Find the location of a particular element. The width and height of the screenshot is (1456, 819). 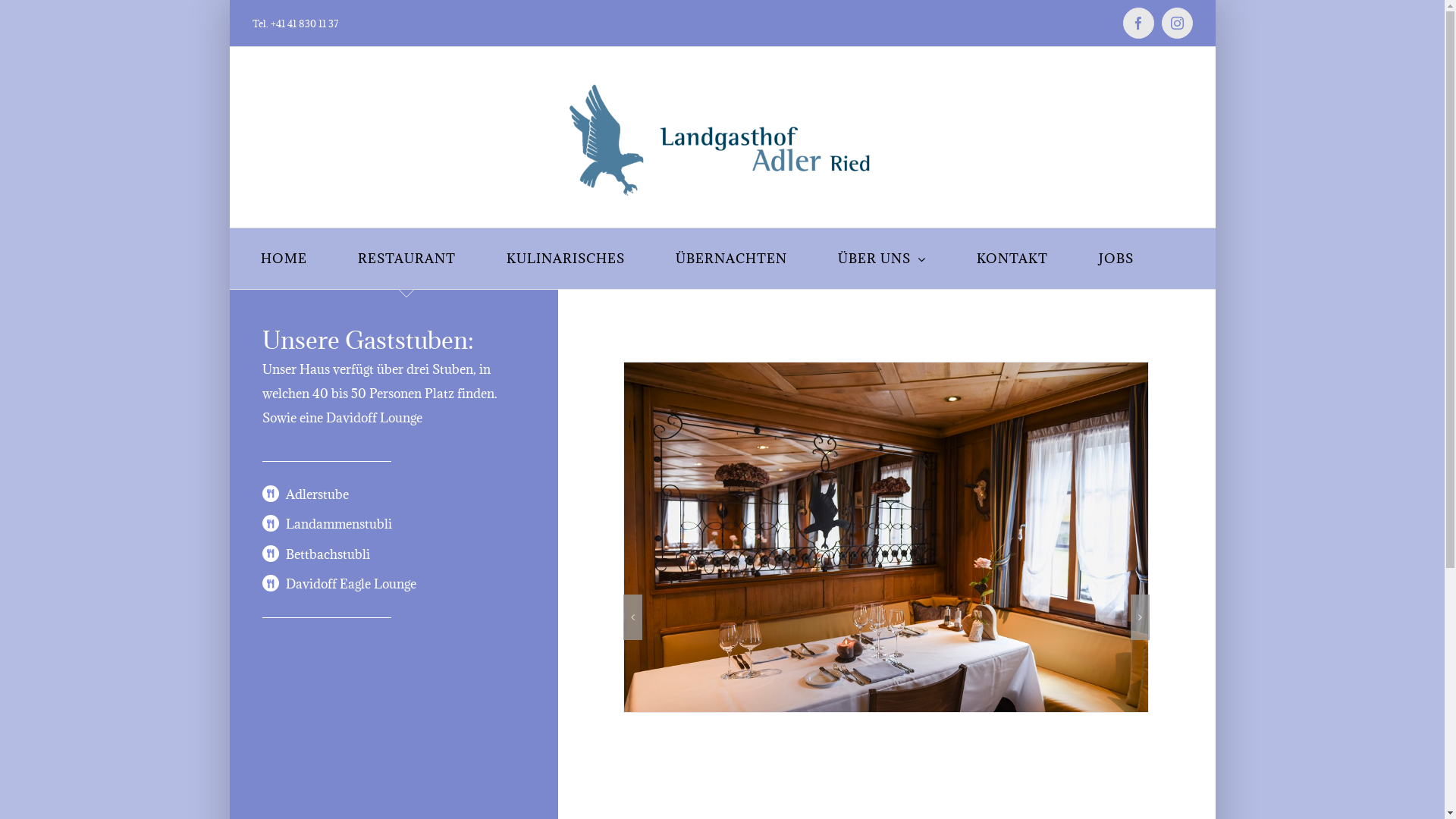

'Facebook' is located at coordinates (1122, 23).